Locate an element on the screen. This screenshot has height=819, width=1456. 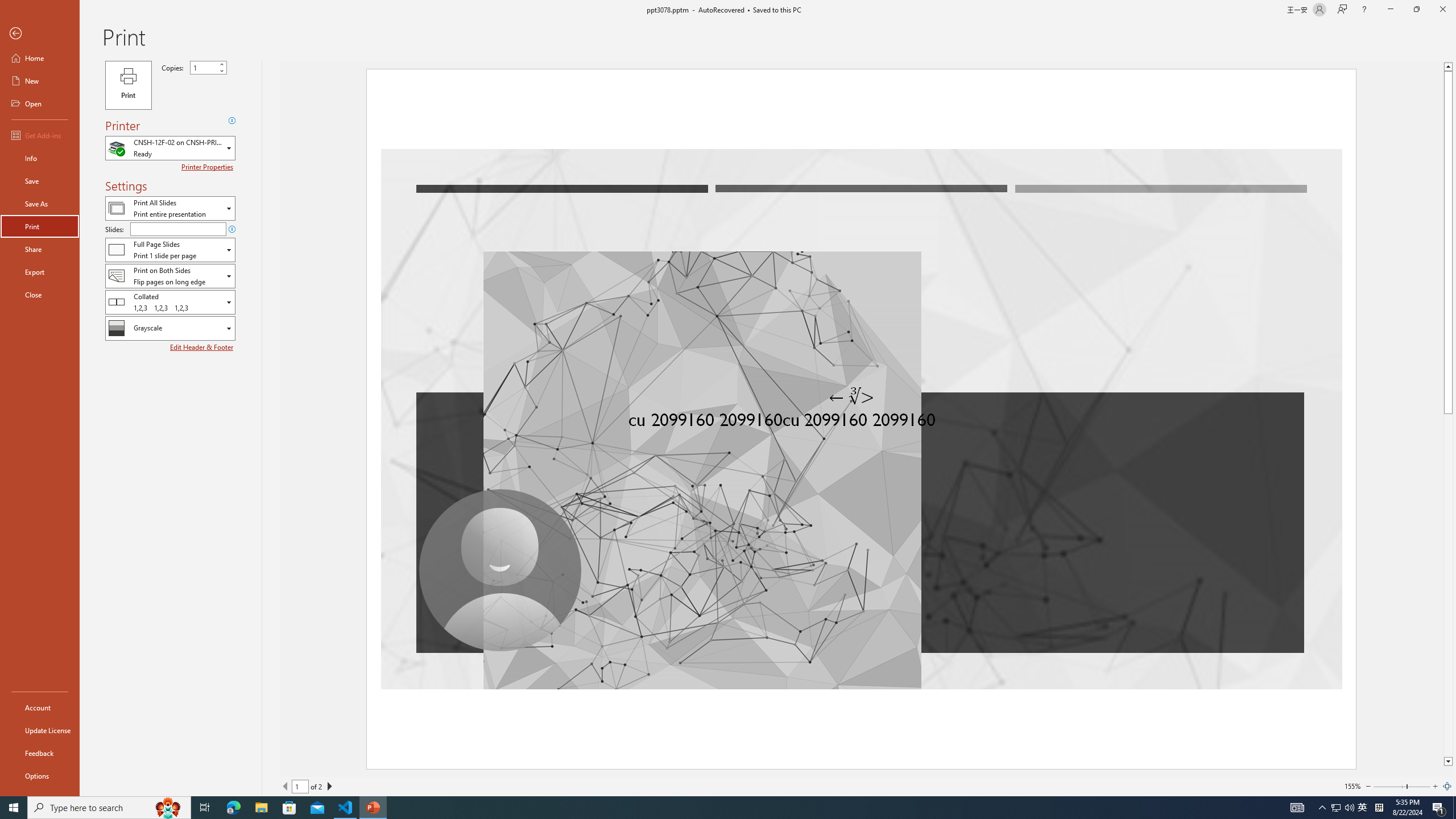
'Class: NetUIScrollBar' is located at coordinates (1447, 413).